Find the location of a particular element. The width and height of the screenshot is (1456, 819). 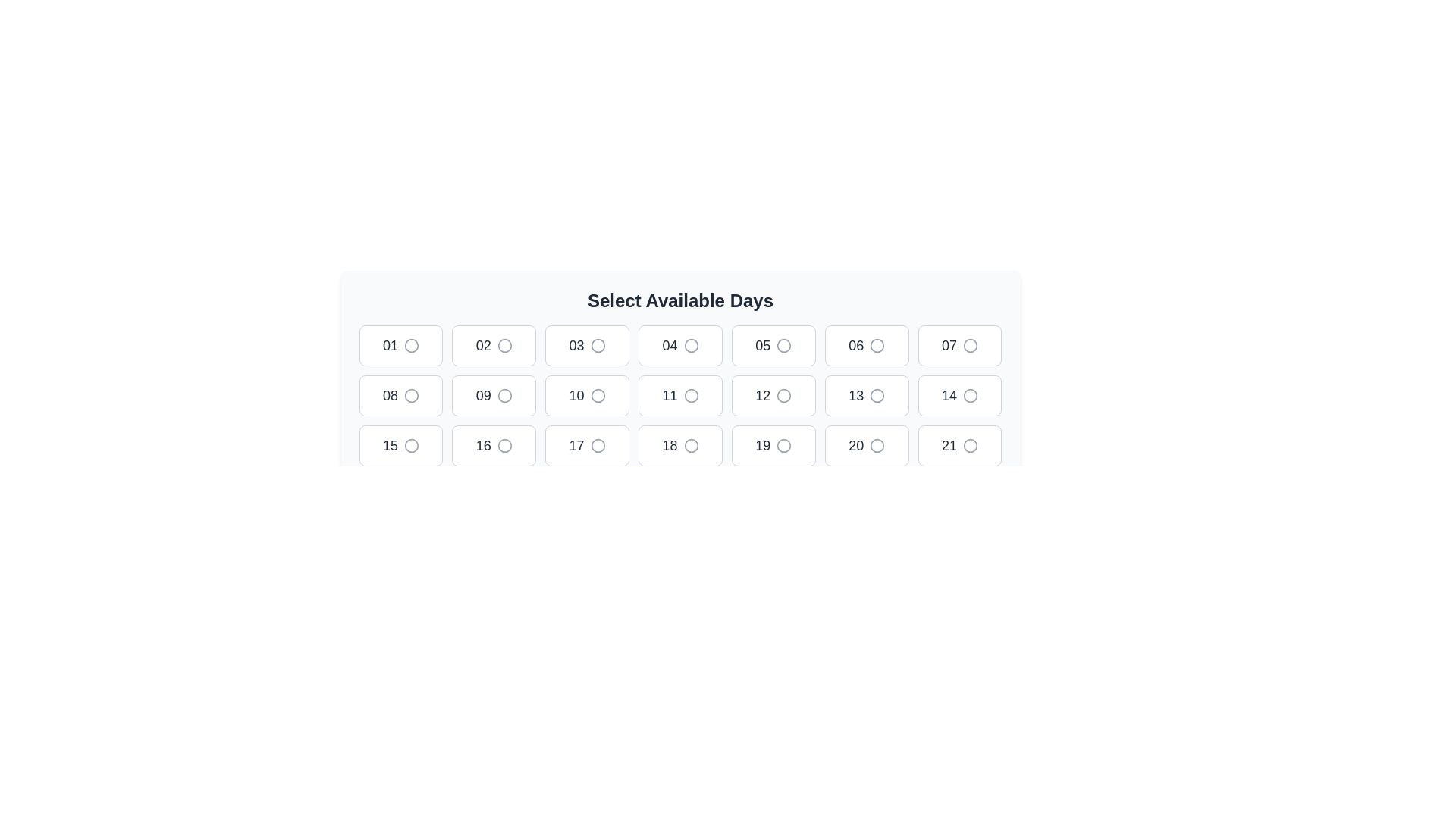

the rectangular button with rounded corners, styled in white with a gray border, containing the number '11' is located at coordinates (679, 394).